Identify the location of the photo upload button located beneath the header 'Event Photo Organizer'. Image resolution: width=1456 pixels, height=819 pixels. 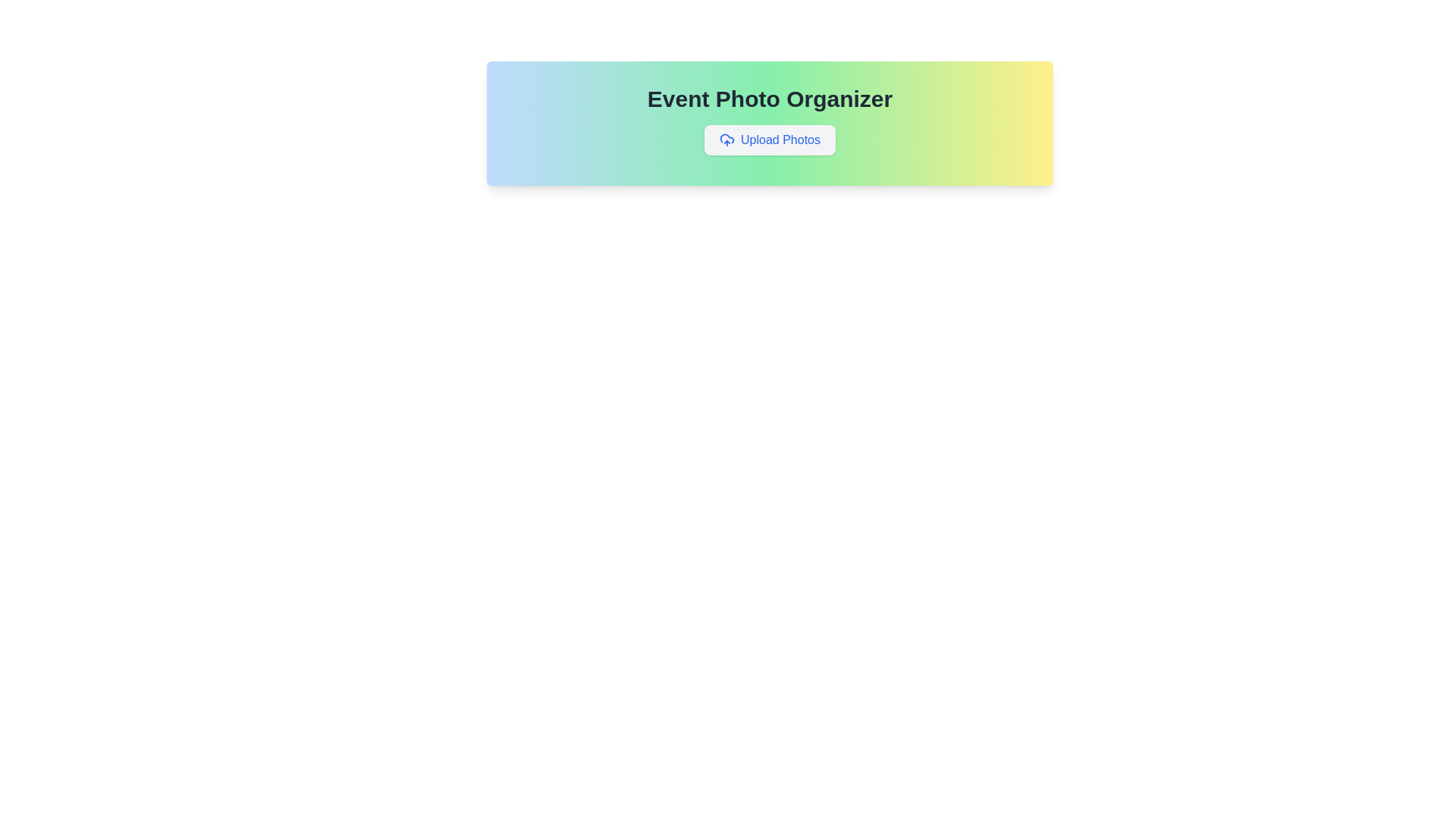
(770, 140).